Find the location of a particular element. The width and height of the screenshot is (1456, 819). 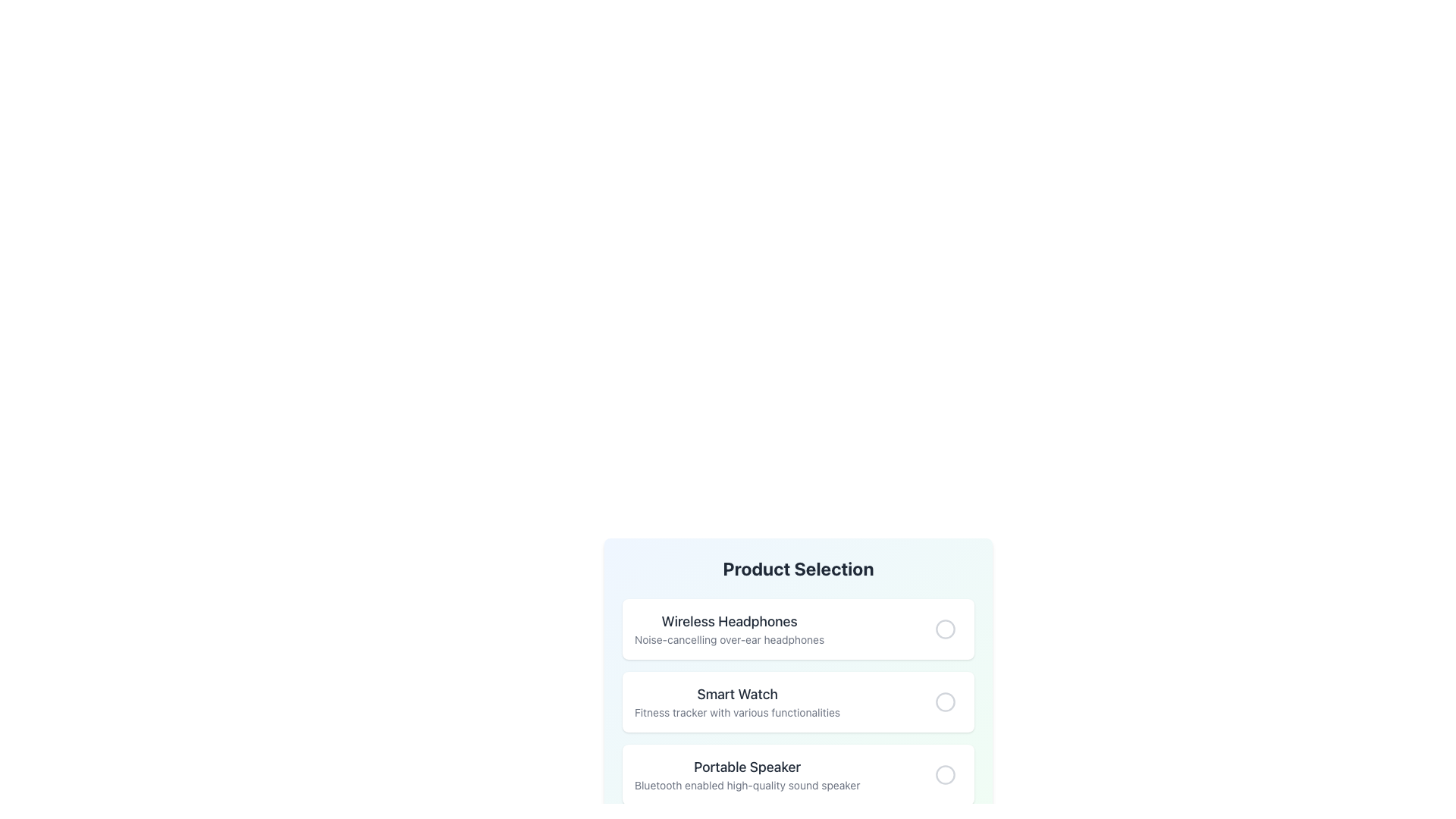

the radio button associated with the 'Smart Watch' option is located at coordinates (945, 701).